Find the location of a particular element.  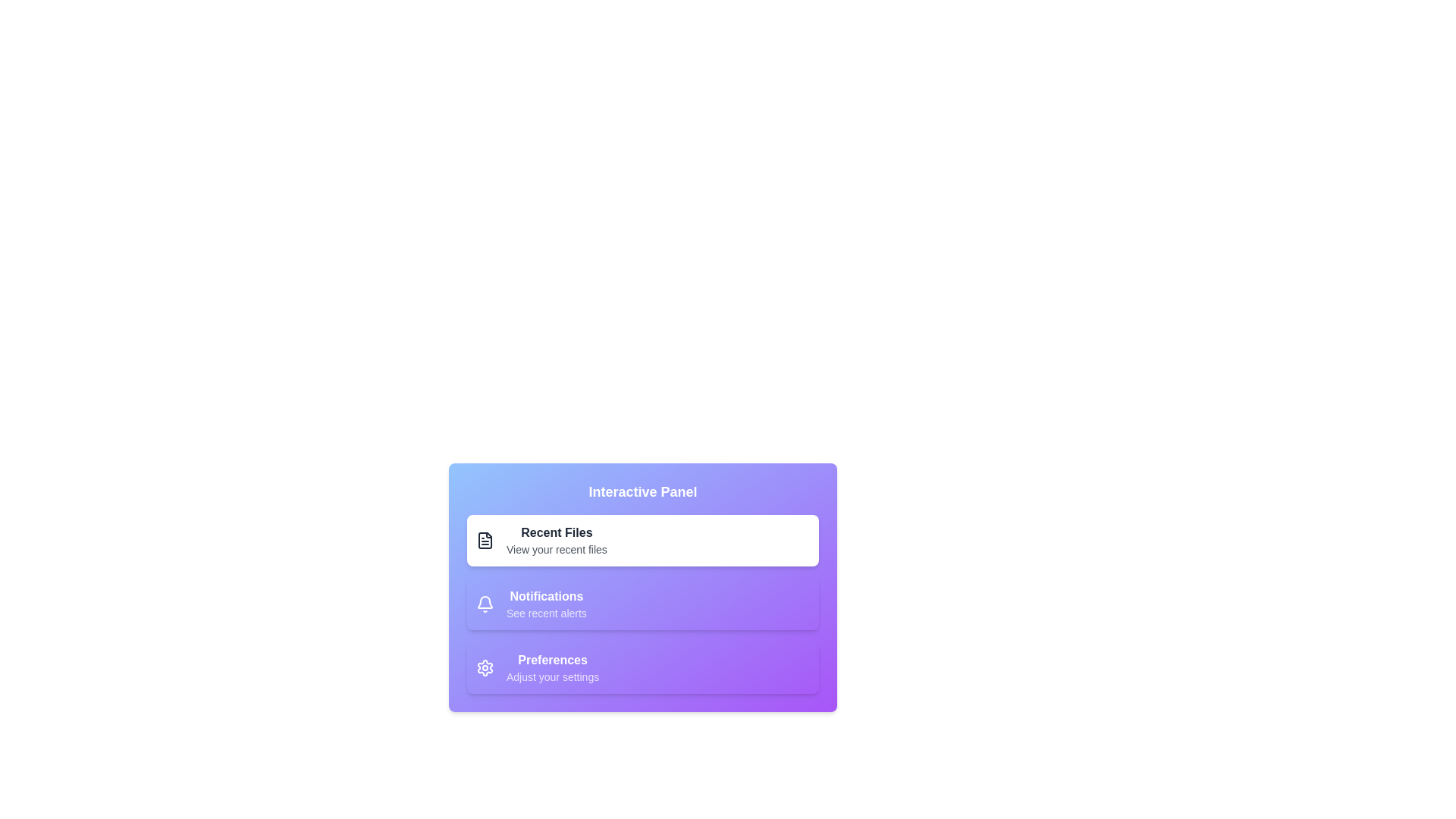

the section represented by Preferences is located at coordinates (484, 667).